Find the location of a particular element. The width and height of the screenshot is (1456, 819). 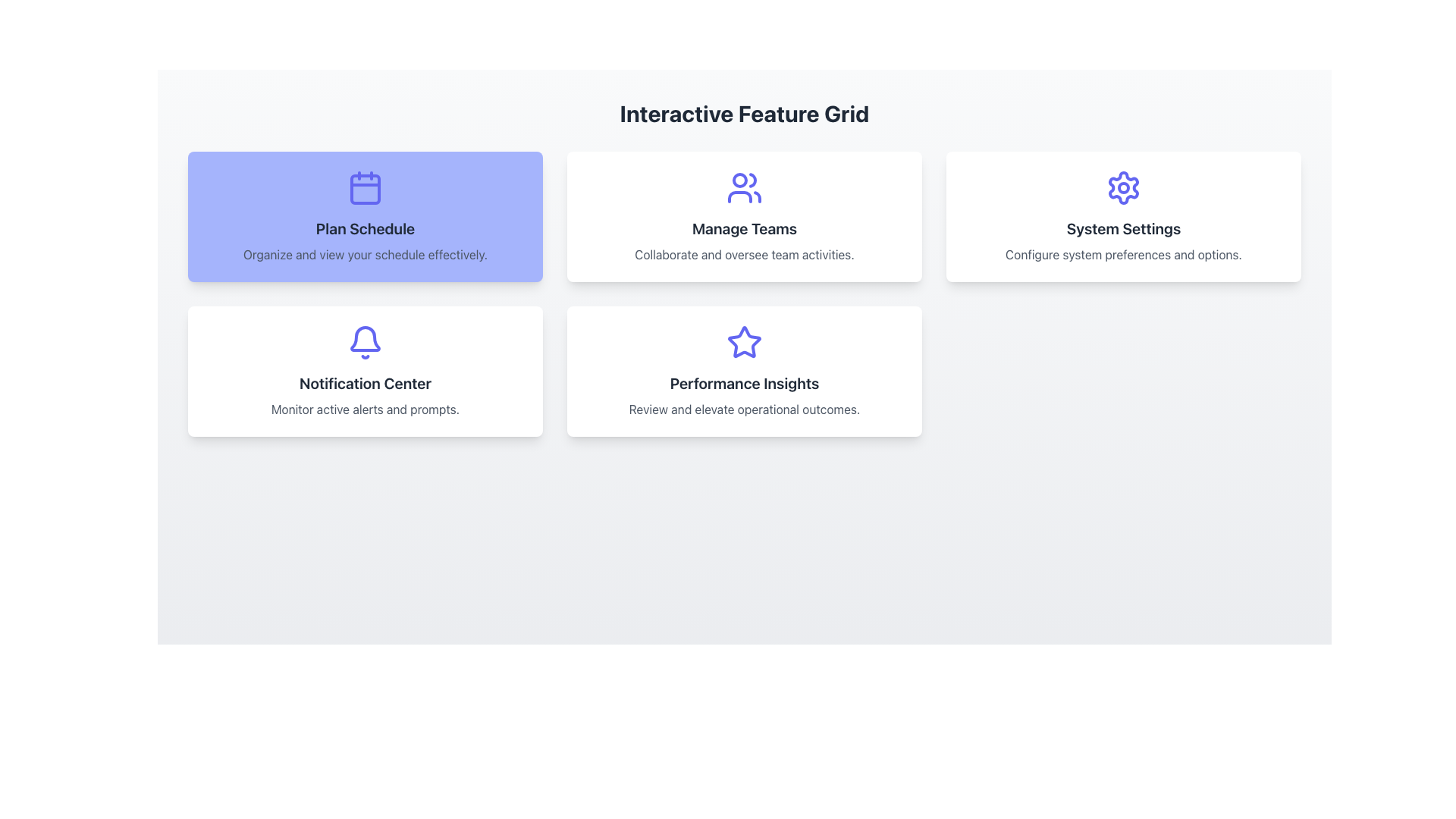

the purple star icon located within the 'Performance Insights' card in the bottom row of the feature grid is located at coordinates (745, 342).